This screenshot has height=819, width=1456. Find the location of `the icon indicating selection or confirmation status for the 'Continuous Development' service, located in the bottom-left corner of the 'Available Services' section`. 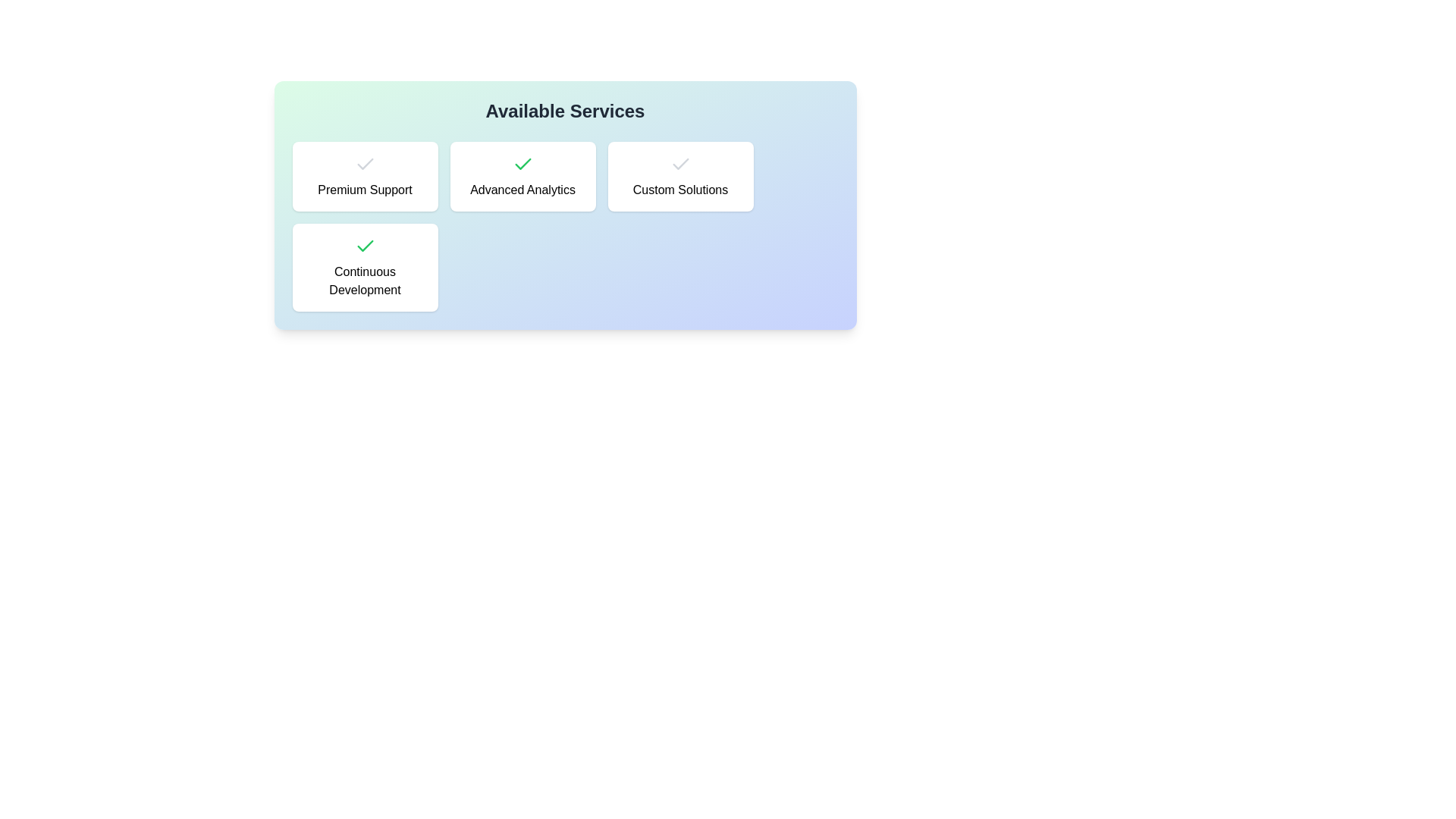

the icon indicating selection or confirmation status for the 'Continuous Development' service, located in the bottom-left corner of the 'Available Services' section is located at coordinates (522, 164).